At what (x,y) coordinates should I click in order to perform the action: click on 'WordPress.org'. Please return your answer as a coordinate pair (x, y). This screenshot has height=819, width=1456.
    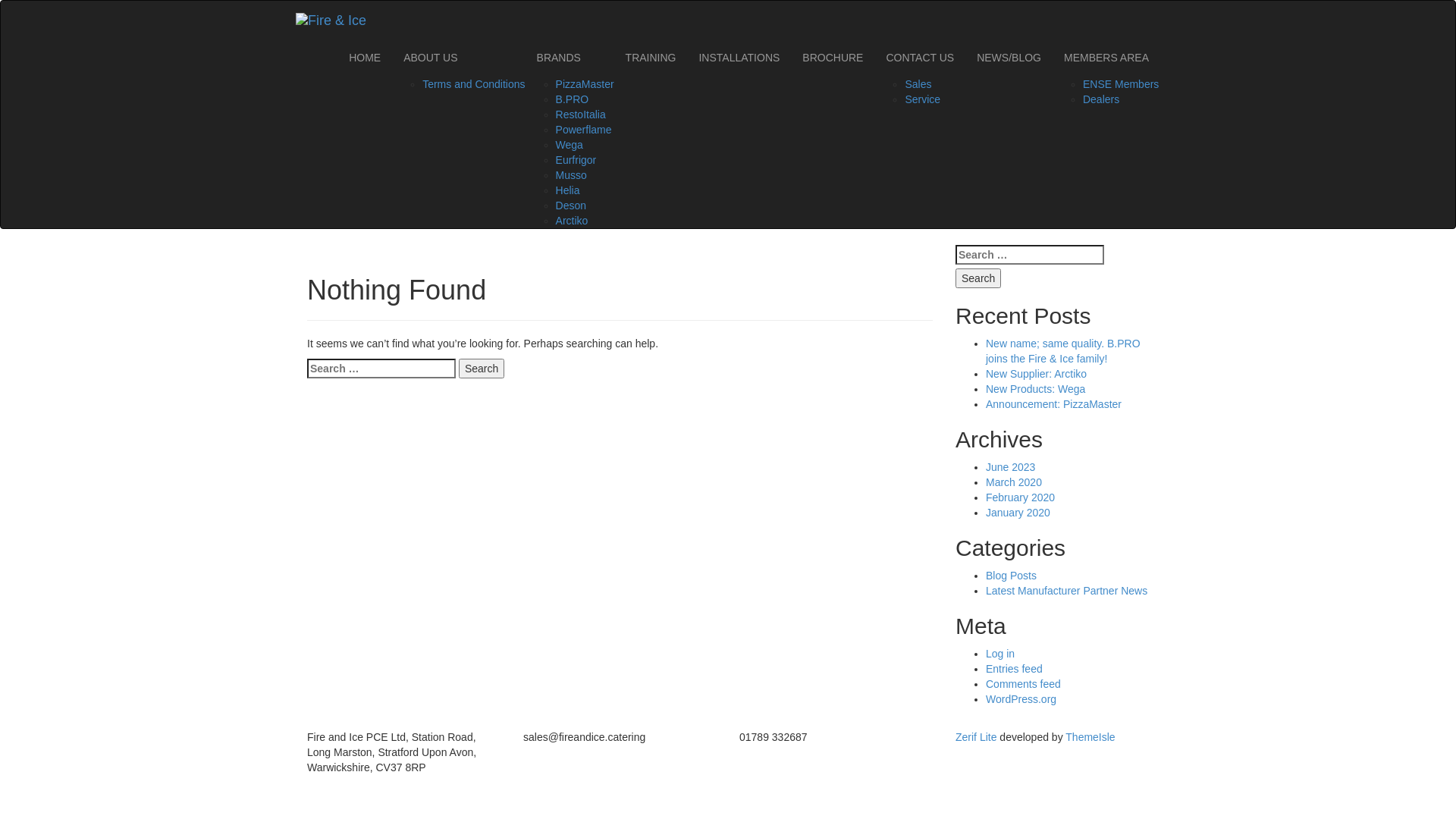
    Looking at the image, I should click on (1021, 698).